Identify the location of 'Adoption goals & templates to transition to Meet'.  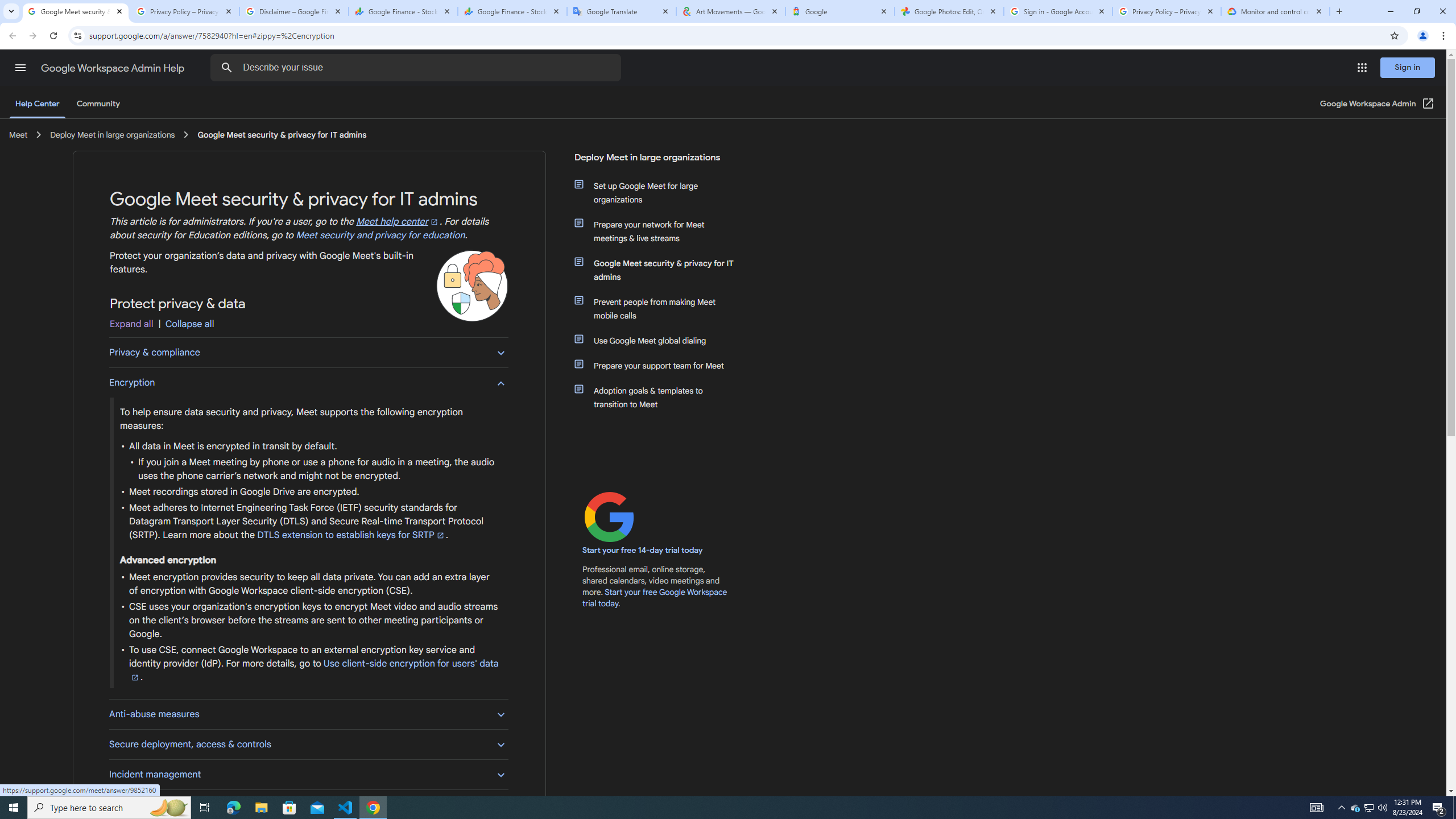
(661, 397).